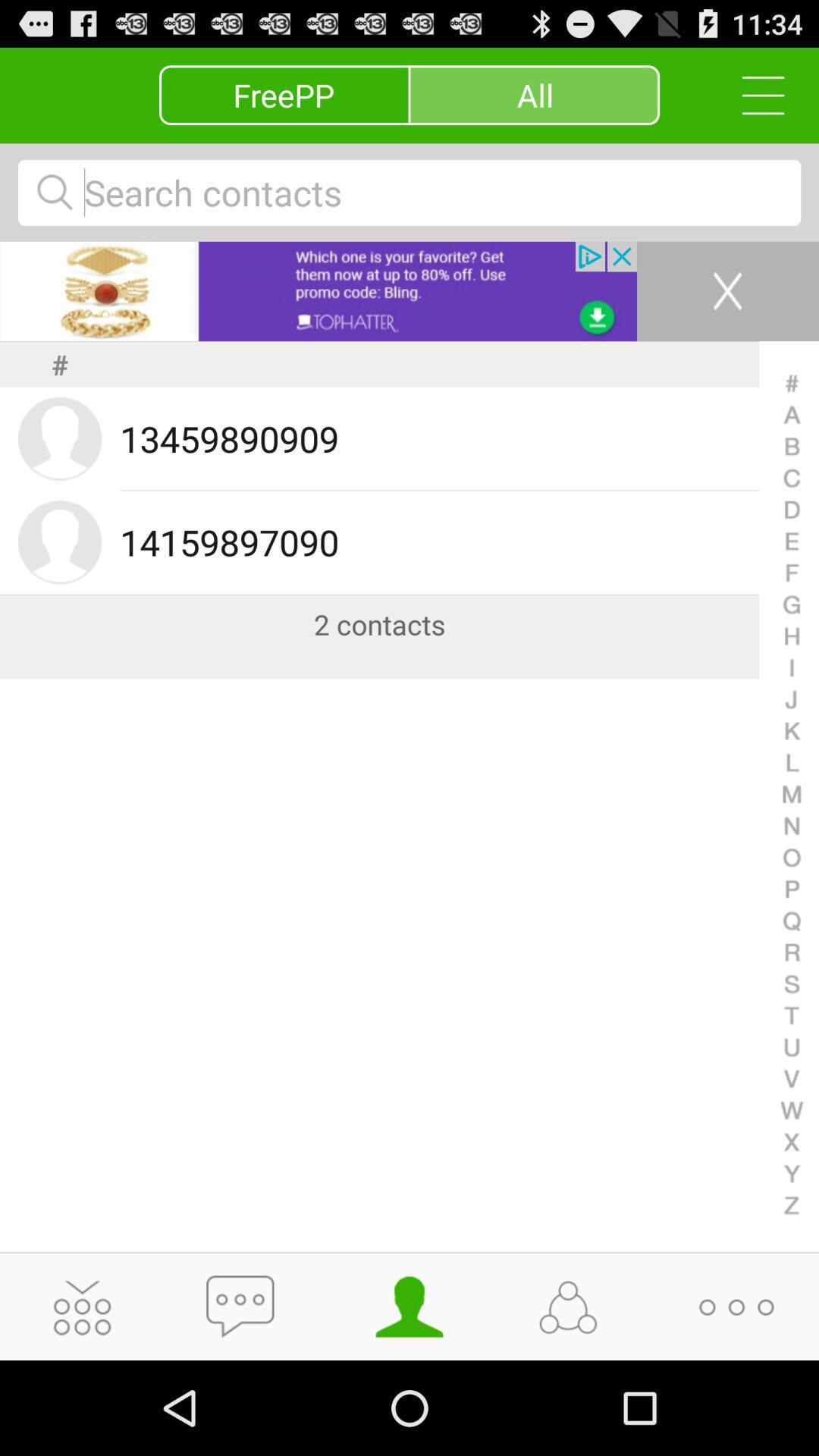 Image resolution: width=819 pixels, height=1456 pixels. Describe the element at coordinates (736, 1397) in the screenshot. I see `the more icon` at that location.